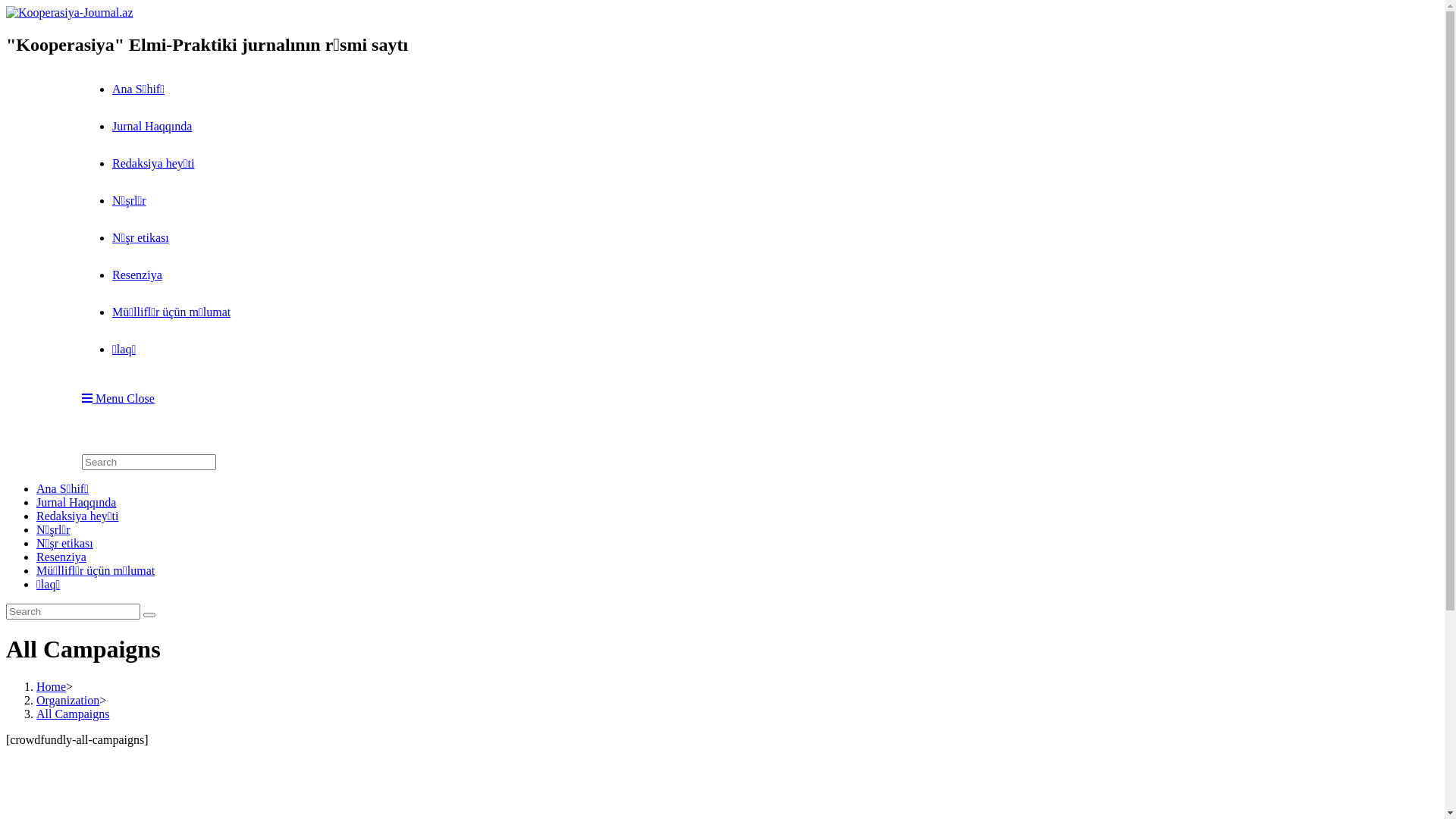 The height and width of the screenshot is (819, 1456). What do you see at coordinates (36, 686) in the screenshot?
I see `'Home'` at bounding box center [36, 686].